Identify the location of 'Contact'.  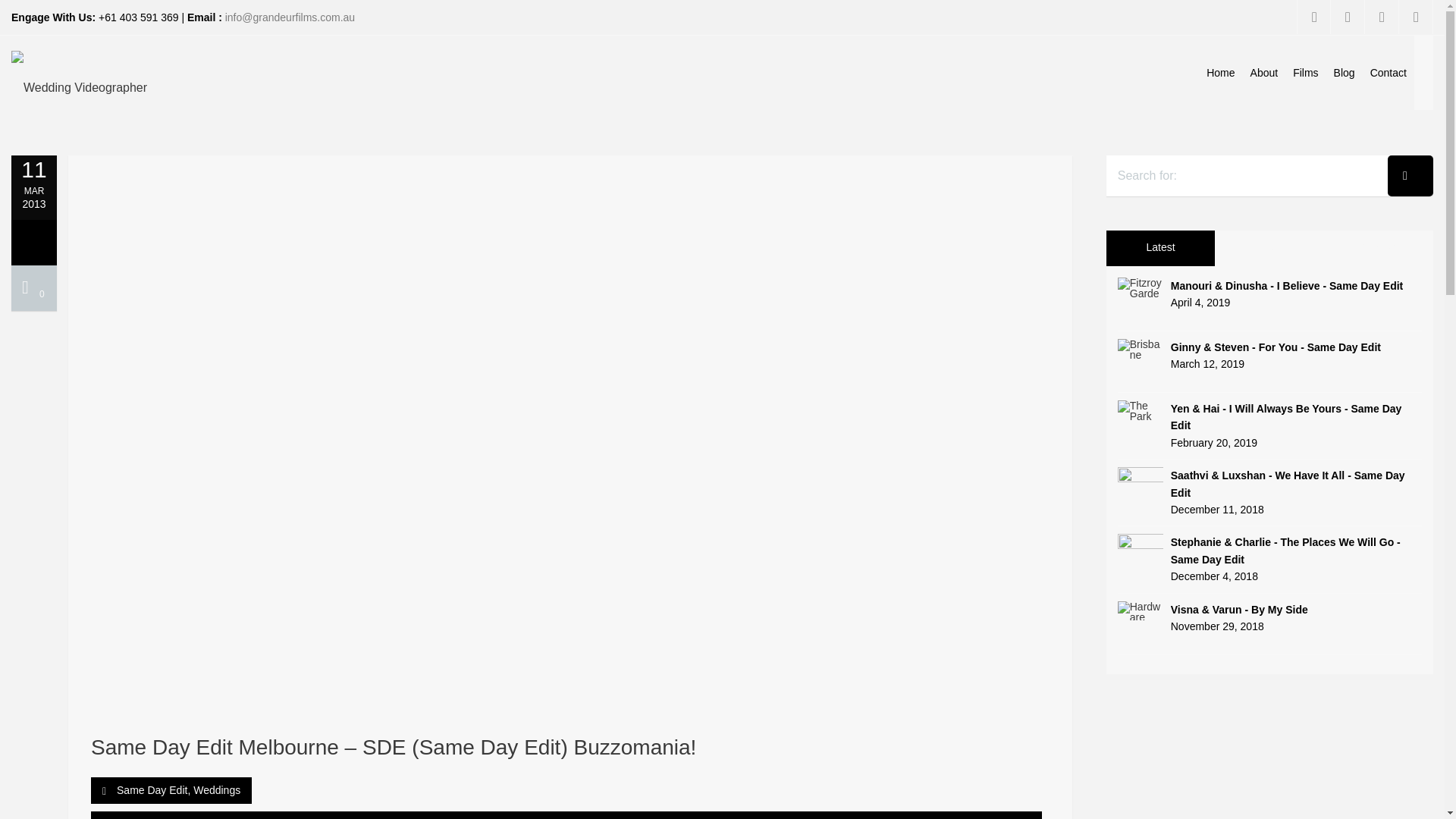
(1388, 73).